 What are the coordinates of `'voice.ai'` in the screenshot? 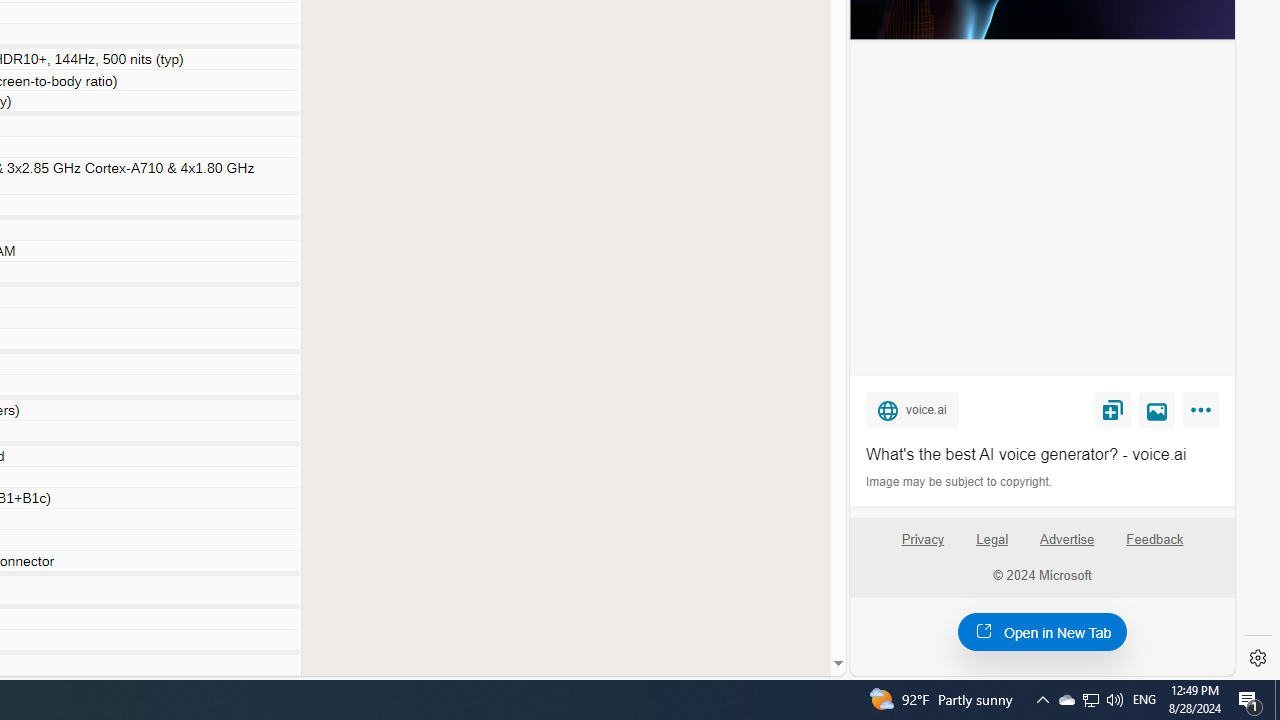 It's located at (911, 408).